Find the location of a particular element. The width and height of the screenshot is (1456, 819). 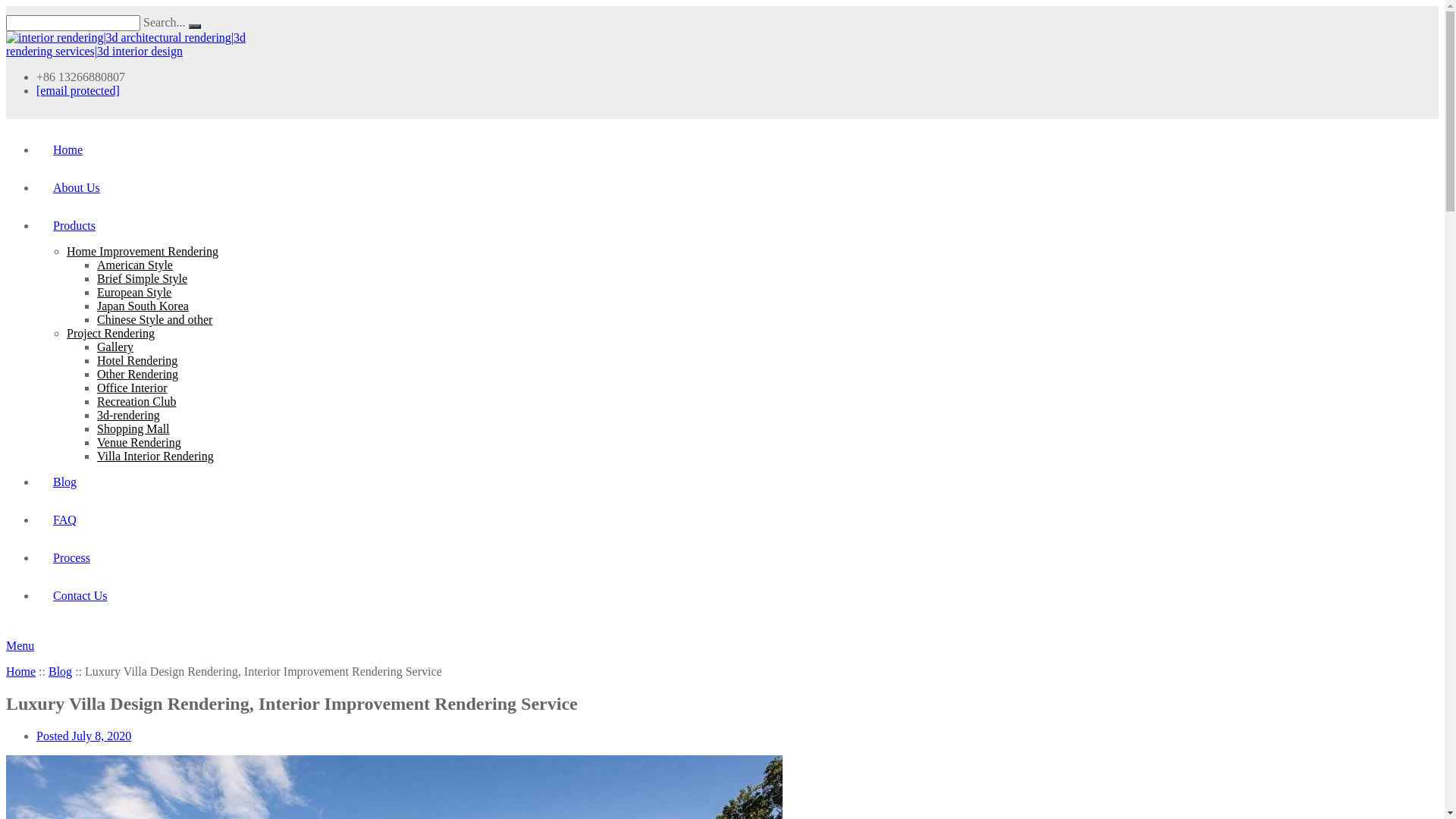

'American Style' is located at coordinates (134, 264).